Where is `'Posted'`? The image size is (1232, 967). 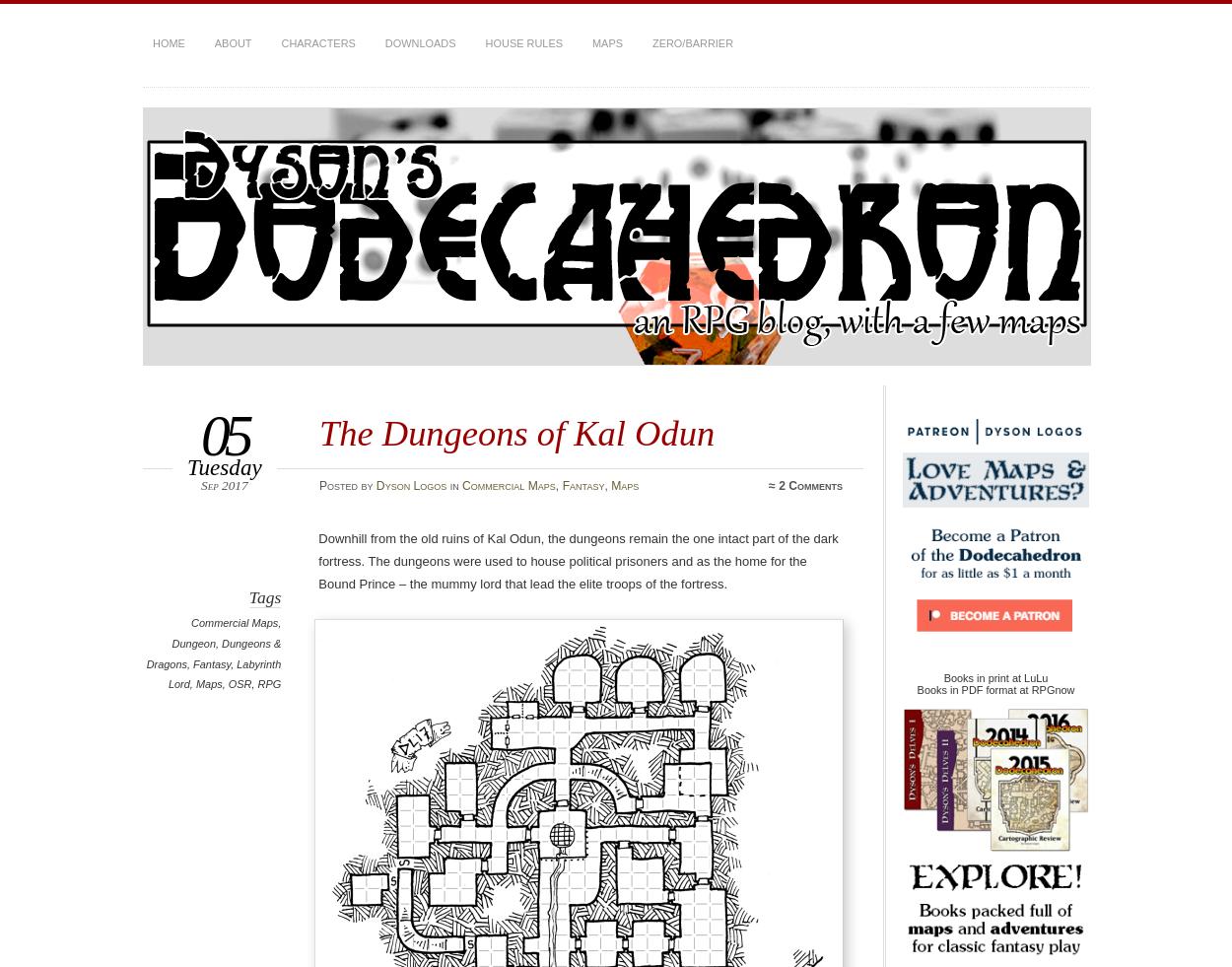 'Posted' is located at coordinates (338, 483).